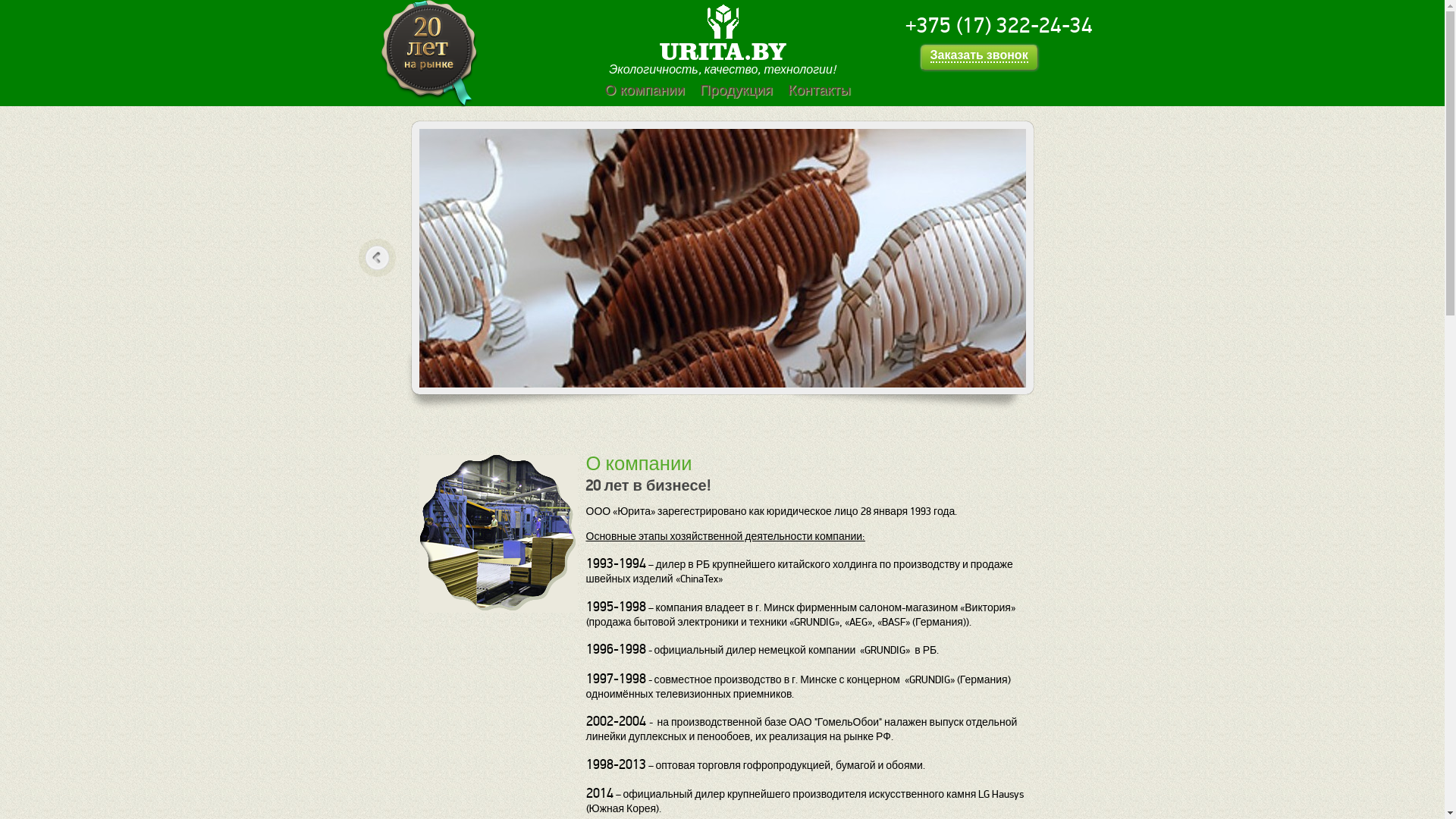 This screenshot has width=1456, height=819. What do you see at coordinates (722, 50) in the screenshot?
I see `'URITA.BY'` at bounding box center [722, 50].